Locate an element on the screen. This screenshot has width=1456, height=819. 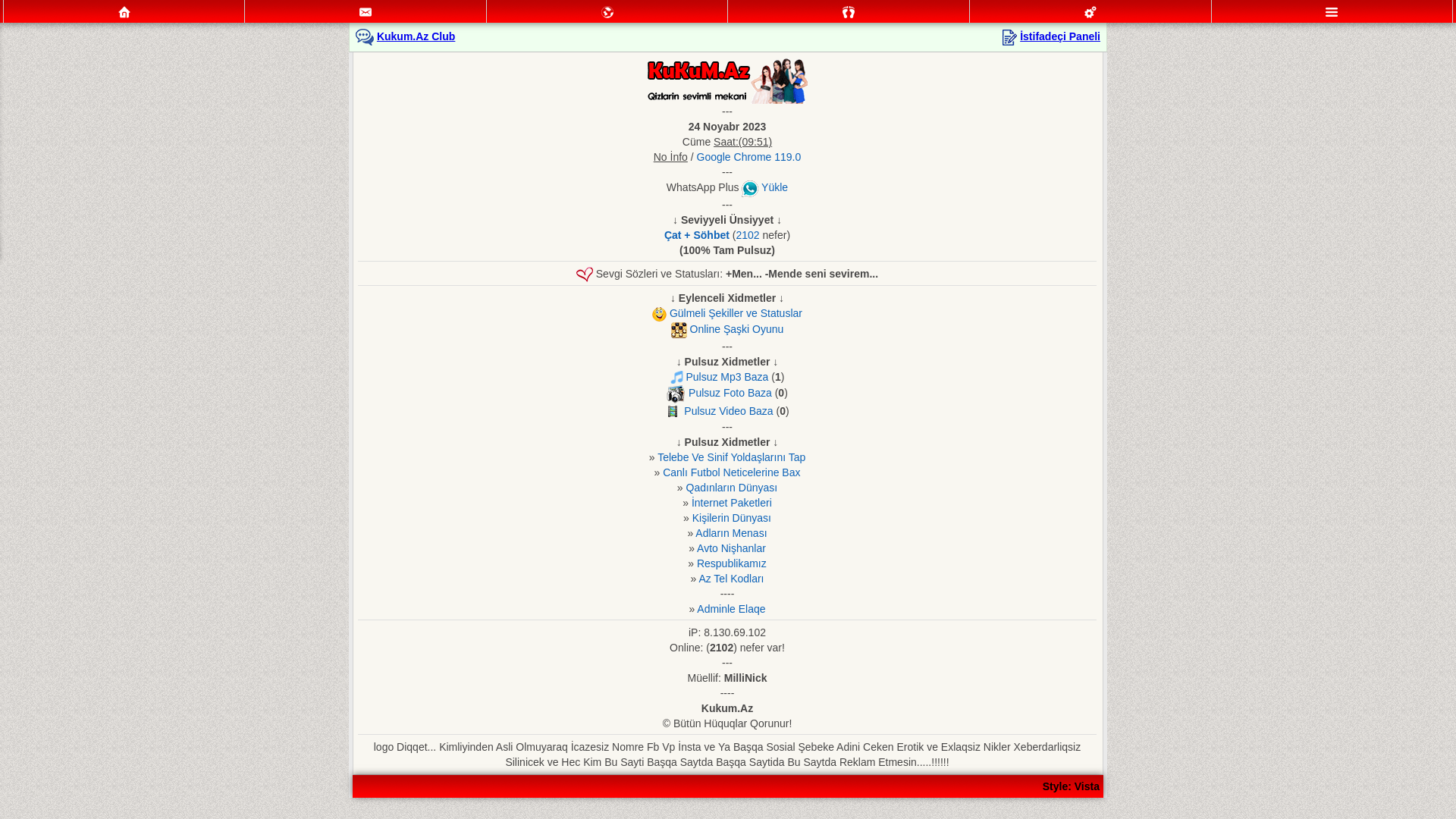
'Style: Vista' is located at coordinates (1070, 786).